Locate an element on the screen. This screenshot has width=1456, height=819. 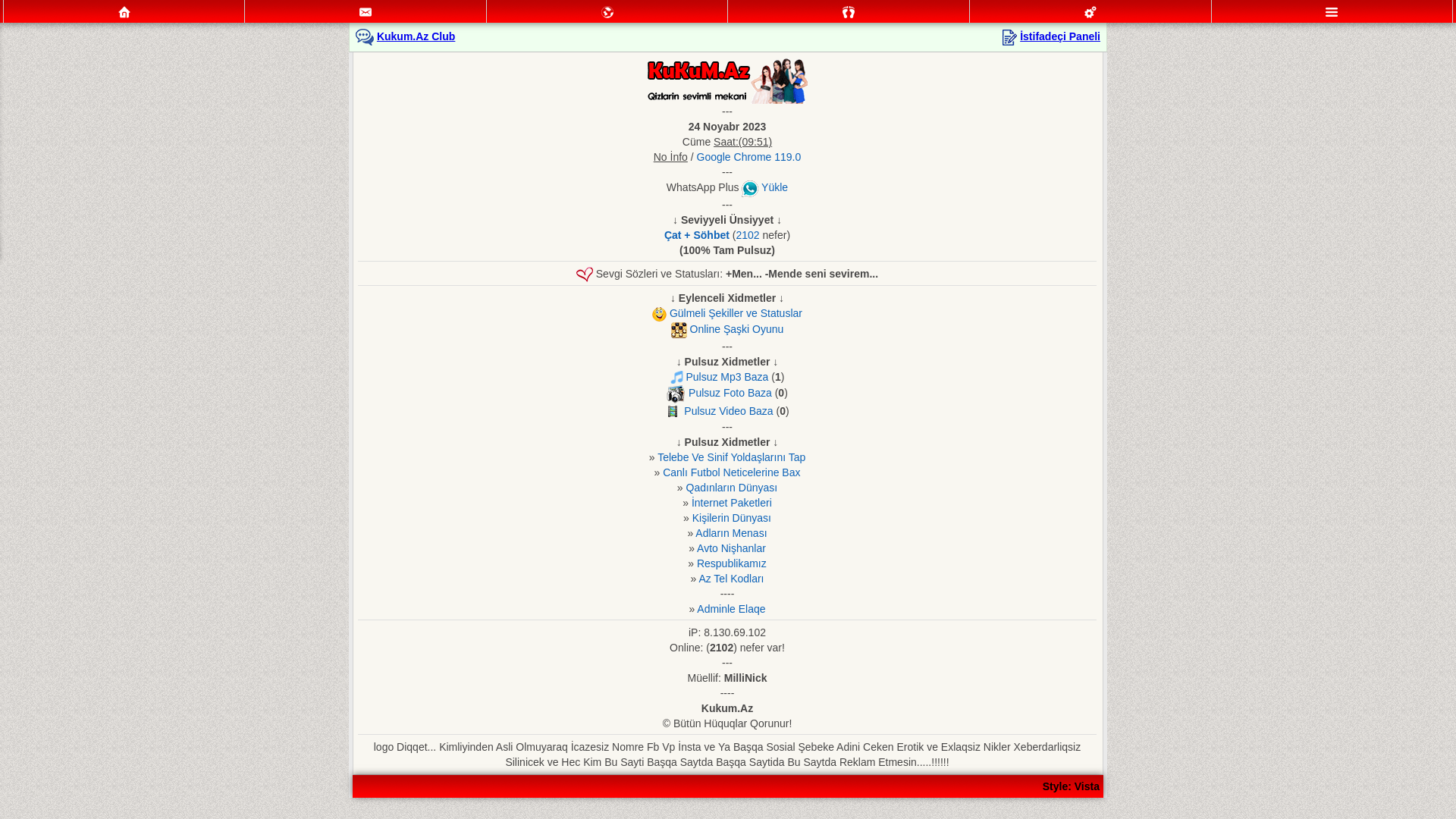
'Style: Vista' is located at coordinates (1070, 786).